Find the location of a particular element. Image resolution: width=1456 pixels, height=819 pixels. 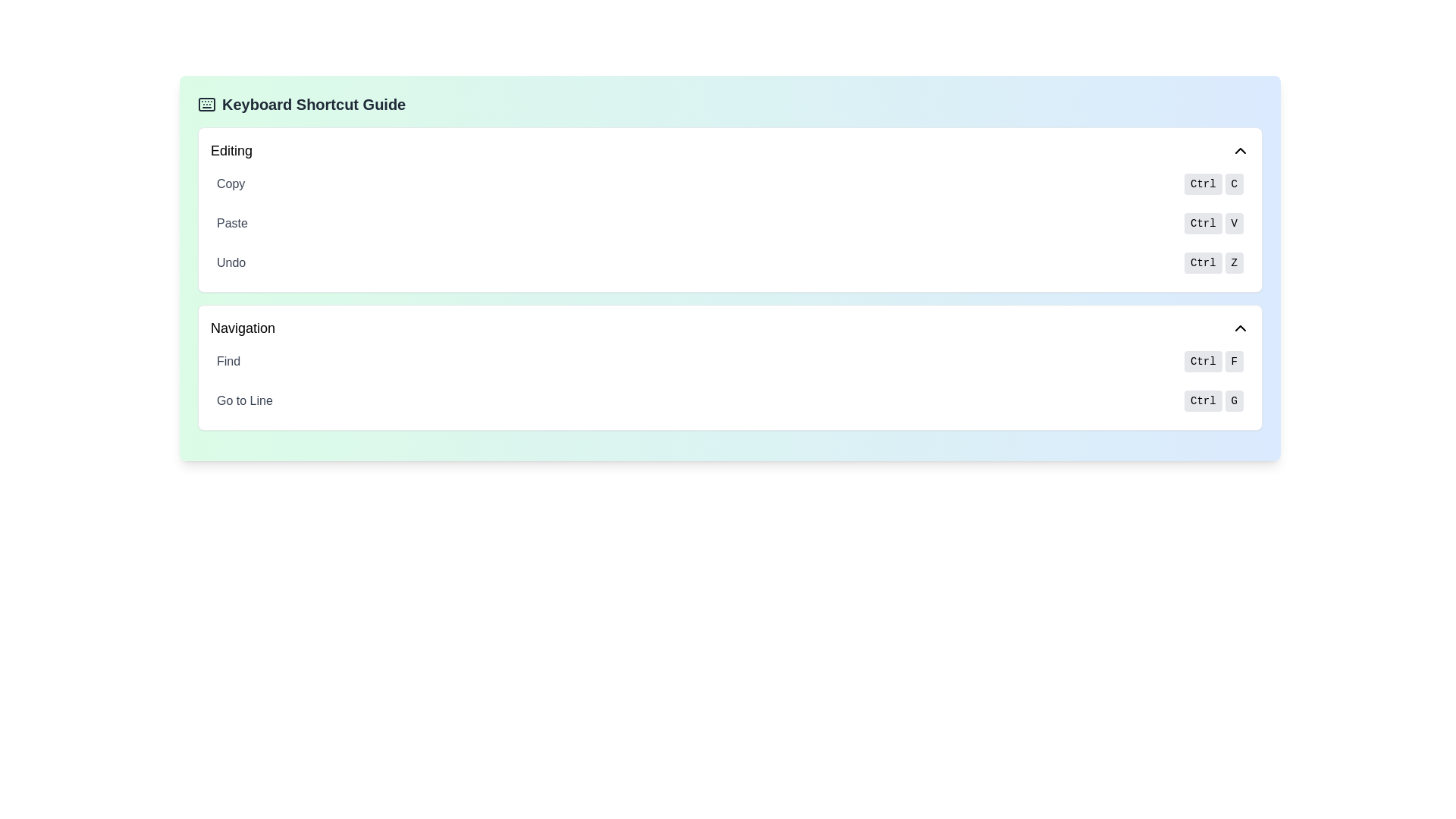

the rectangular outline within the SVG graphic of the keyboard icon, located at the left end of the header titled 'Keyboard Shortcut Guide' is located at coordinates (206, 104).